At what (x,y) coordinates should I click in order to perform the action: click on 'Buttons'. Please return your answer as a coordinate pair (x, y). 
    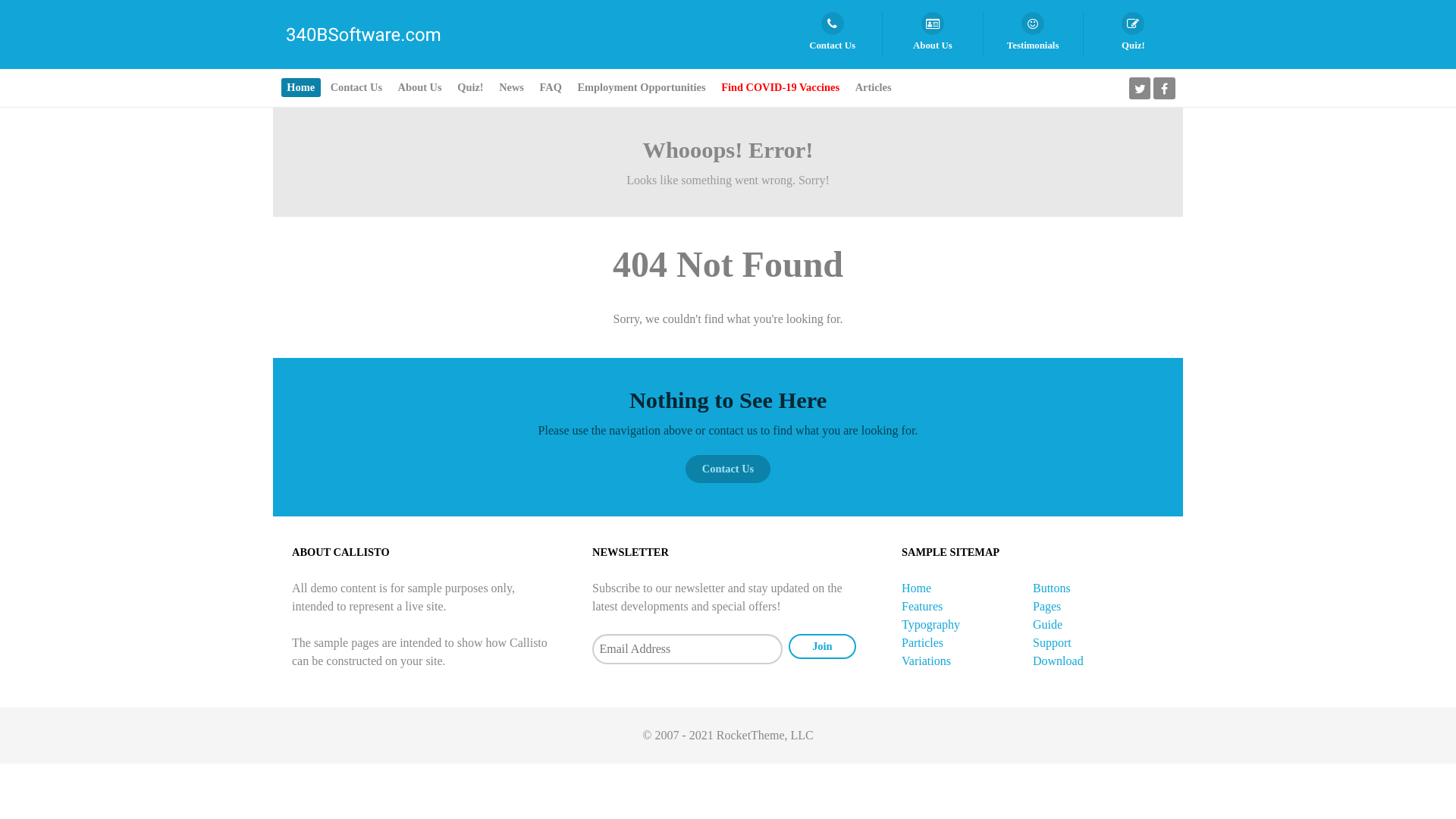
    Looking at the image, I should click on (1051, 587).